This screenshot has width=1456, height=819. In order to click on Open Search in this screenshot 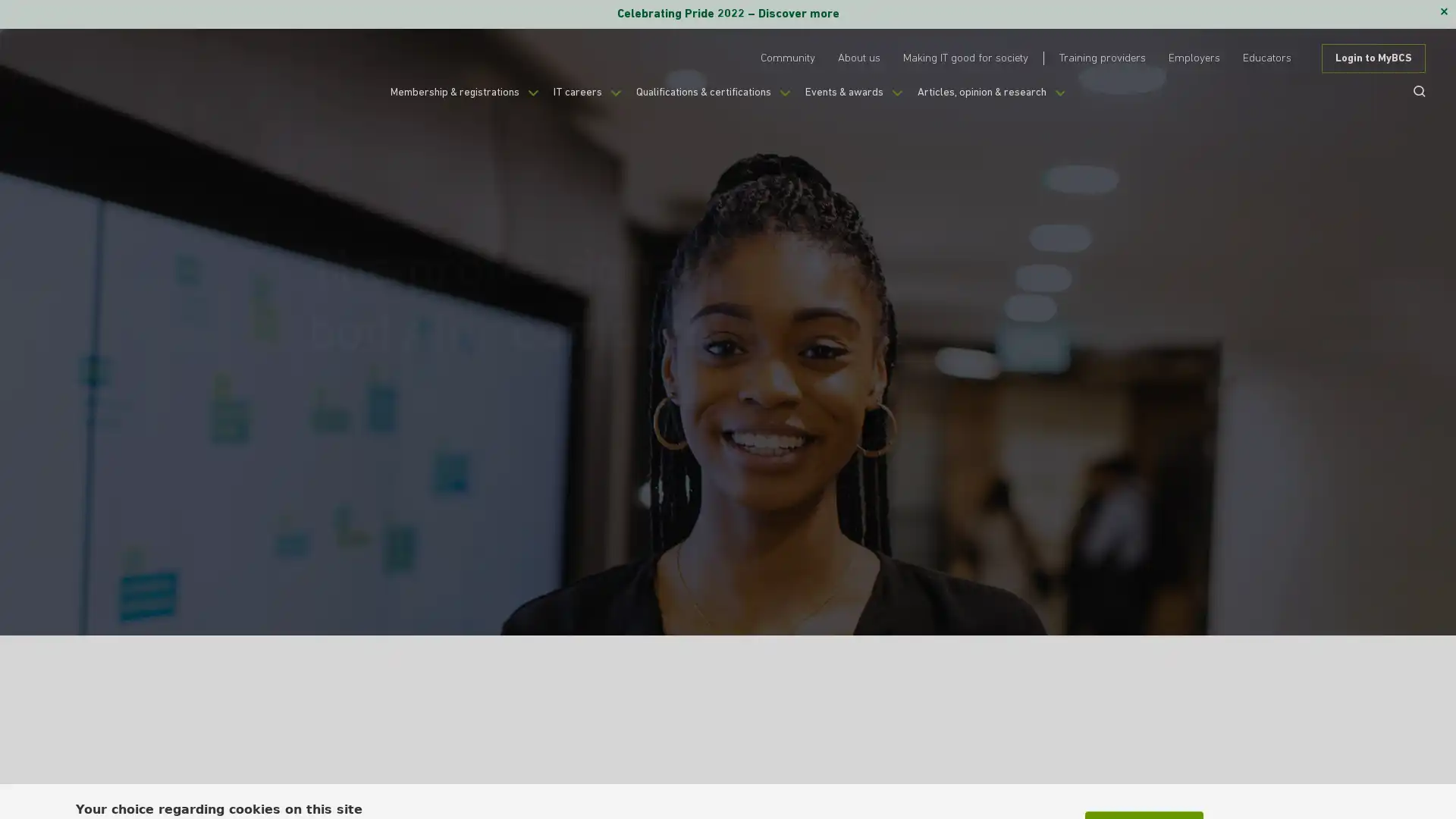, I will do `click(1414, 90)`.